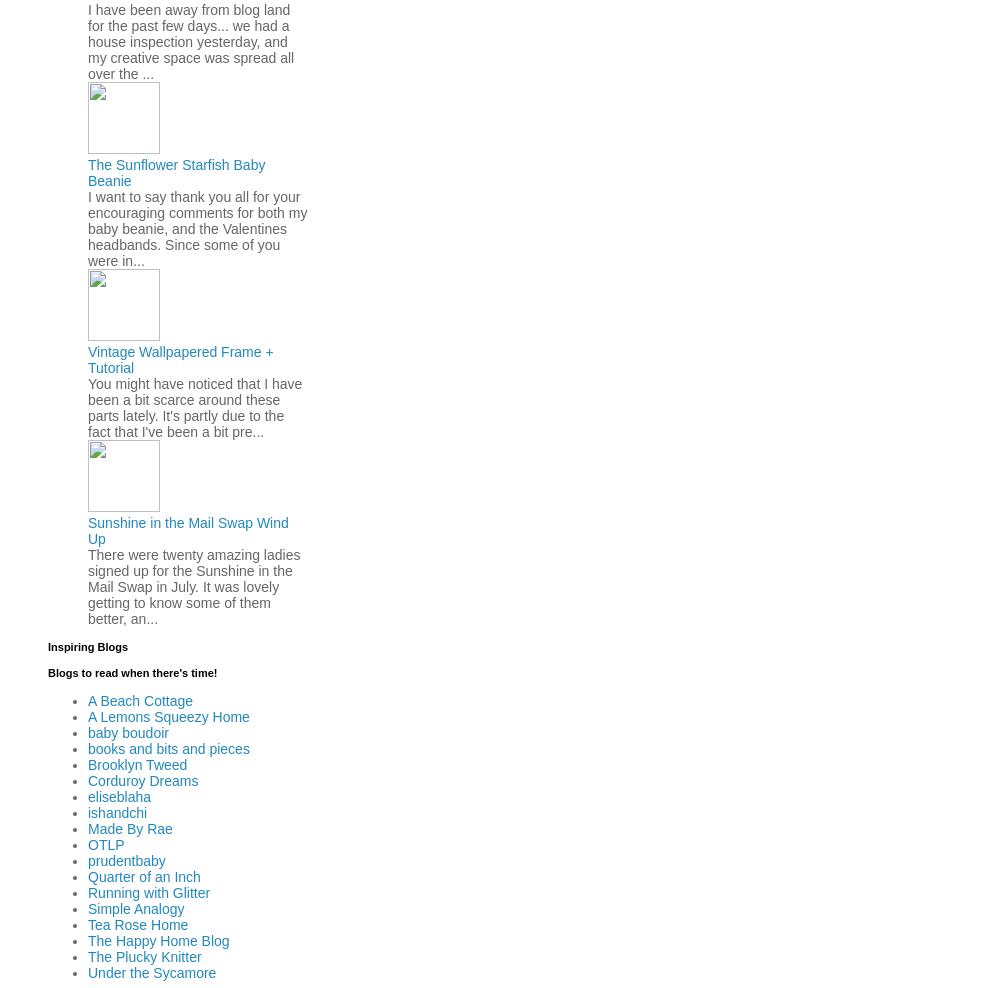 Image resolution: width=1008 pixels, height=988 pixels. Describe the element at coordinates (87, 828) in the screenshot. I see `'Made By Rae'` at that location.